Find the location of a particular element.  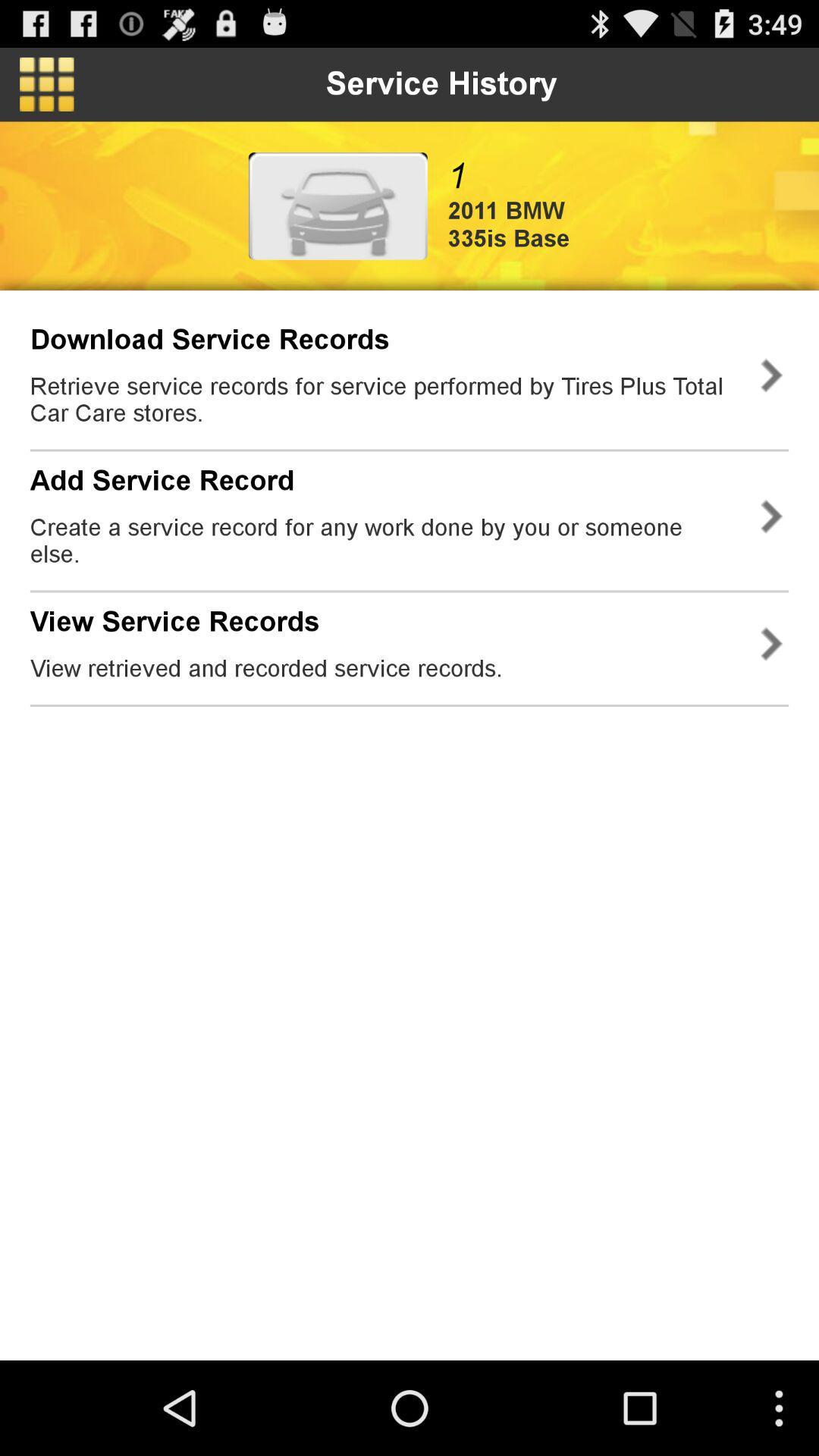

the dashboard icon is located at coordinates (45, 89).